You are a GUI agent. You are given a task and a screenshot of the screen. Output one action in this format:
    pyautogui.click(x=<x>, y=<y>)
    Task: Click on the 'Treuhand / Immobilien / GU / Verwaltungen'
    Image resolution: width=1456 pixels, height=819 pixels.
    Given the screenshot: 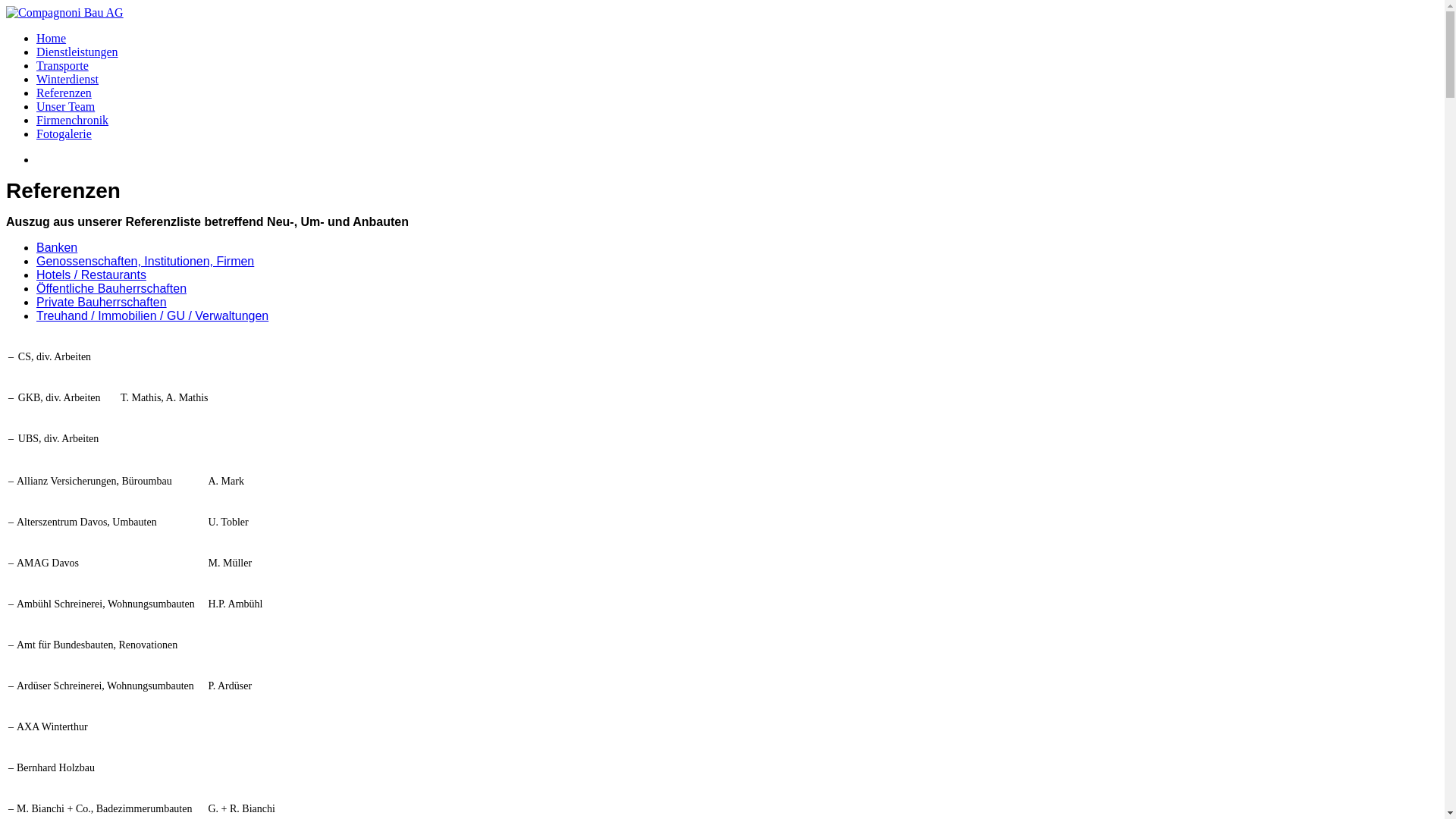 What is the action you would take?
    pyautogui.click(x=152, y=315)
    